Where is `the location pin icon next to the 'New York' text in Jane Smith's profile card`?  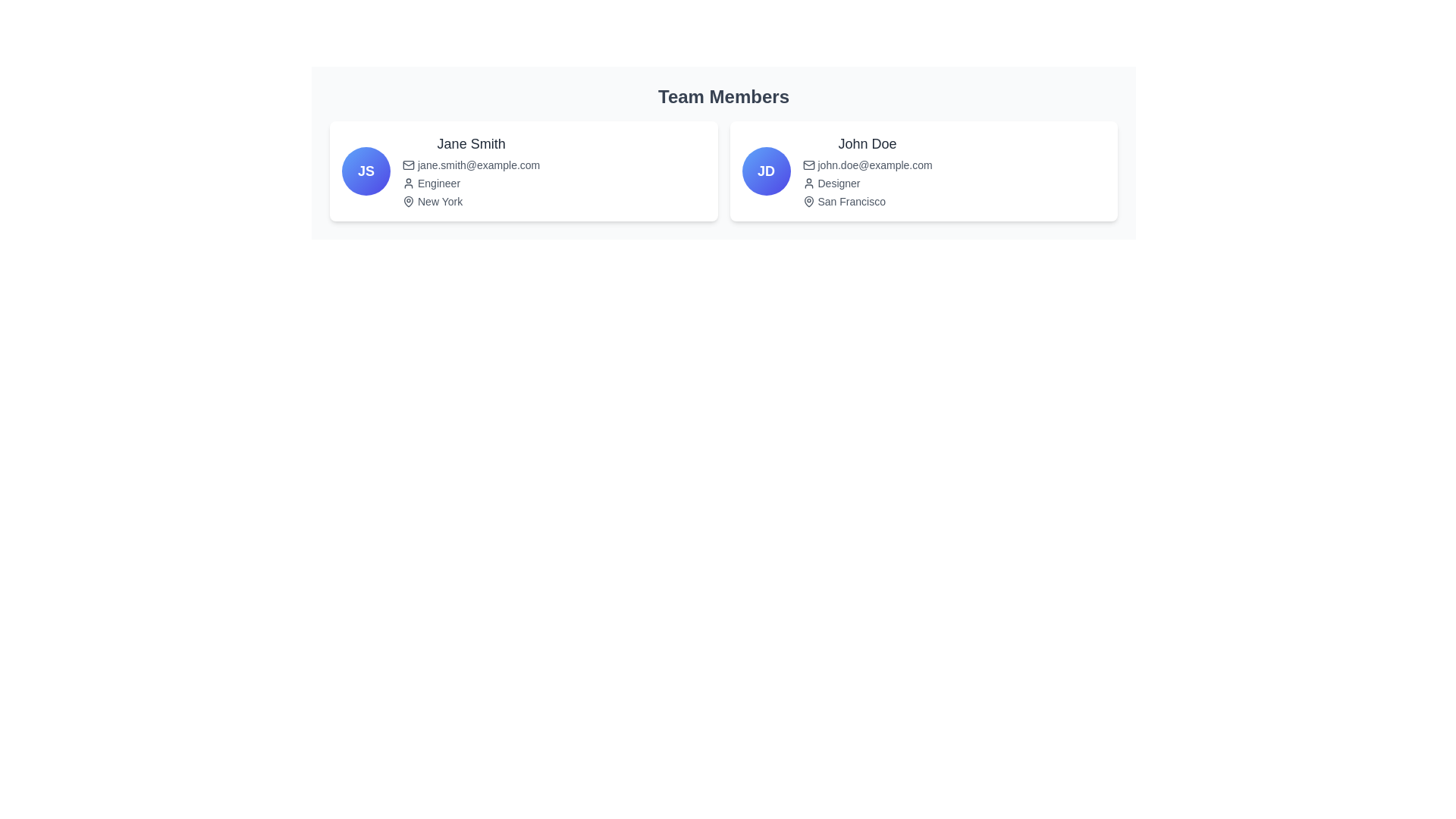 the location pin icon next to the 'New York' text in Jane Smith's profile card is located at coordinates (408, 201).